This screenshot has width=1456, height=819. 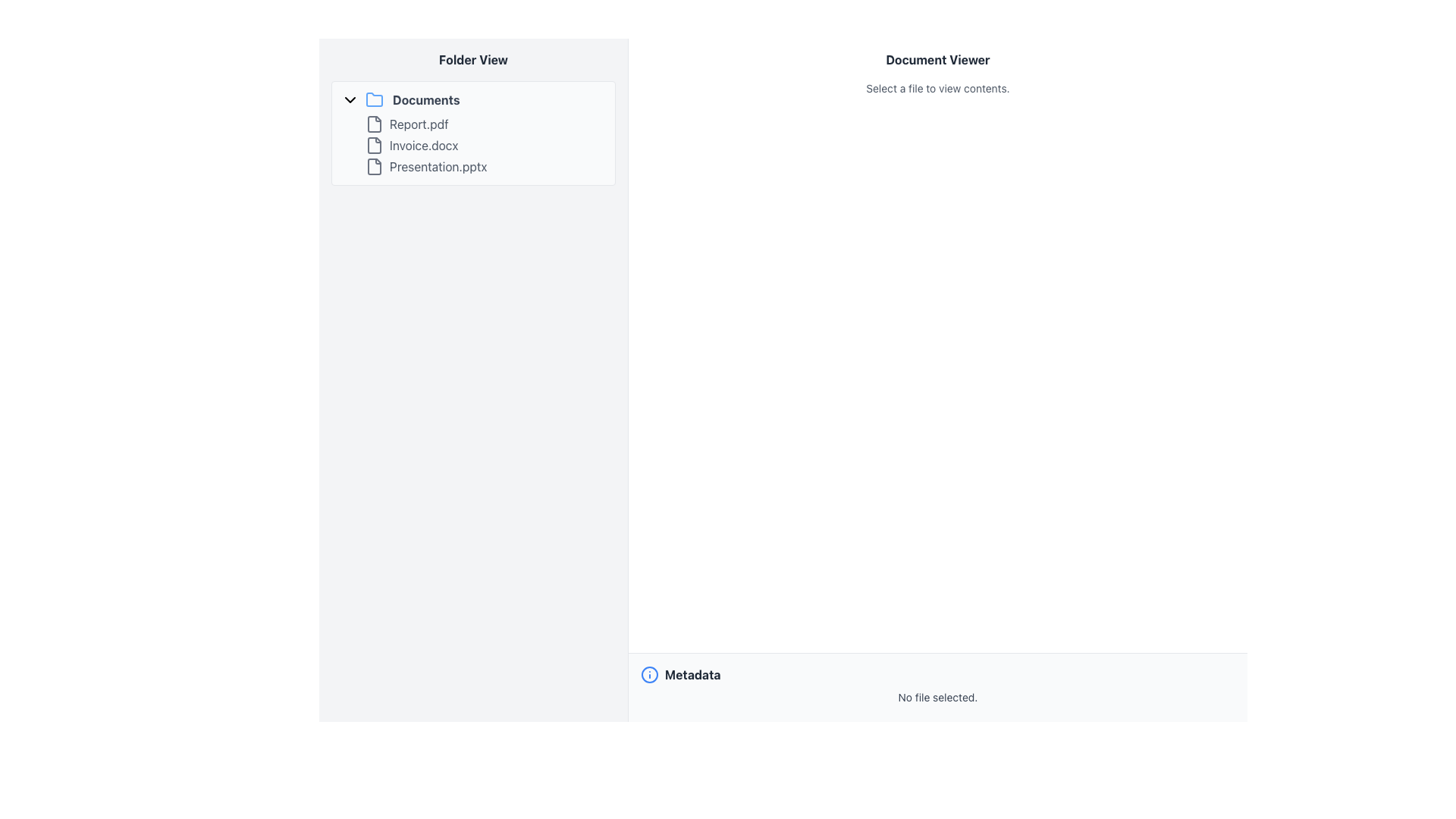 What do you see at coordinates (349, 99) in the screenshot?
I see `the downward-pointing chevron icon located to the left of the blue folder icon for 'Documents' in the 'Folder View' panel` at bounding box center [349, 99].